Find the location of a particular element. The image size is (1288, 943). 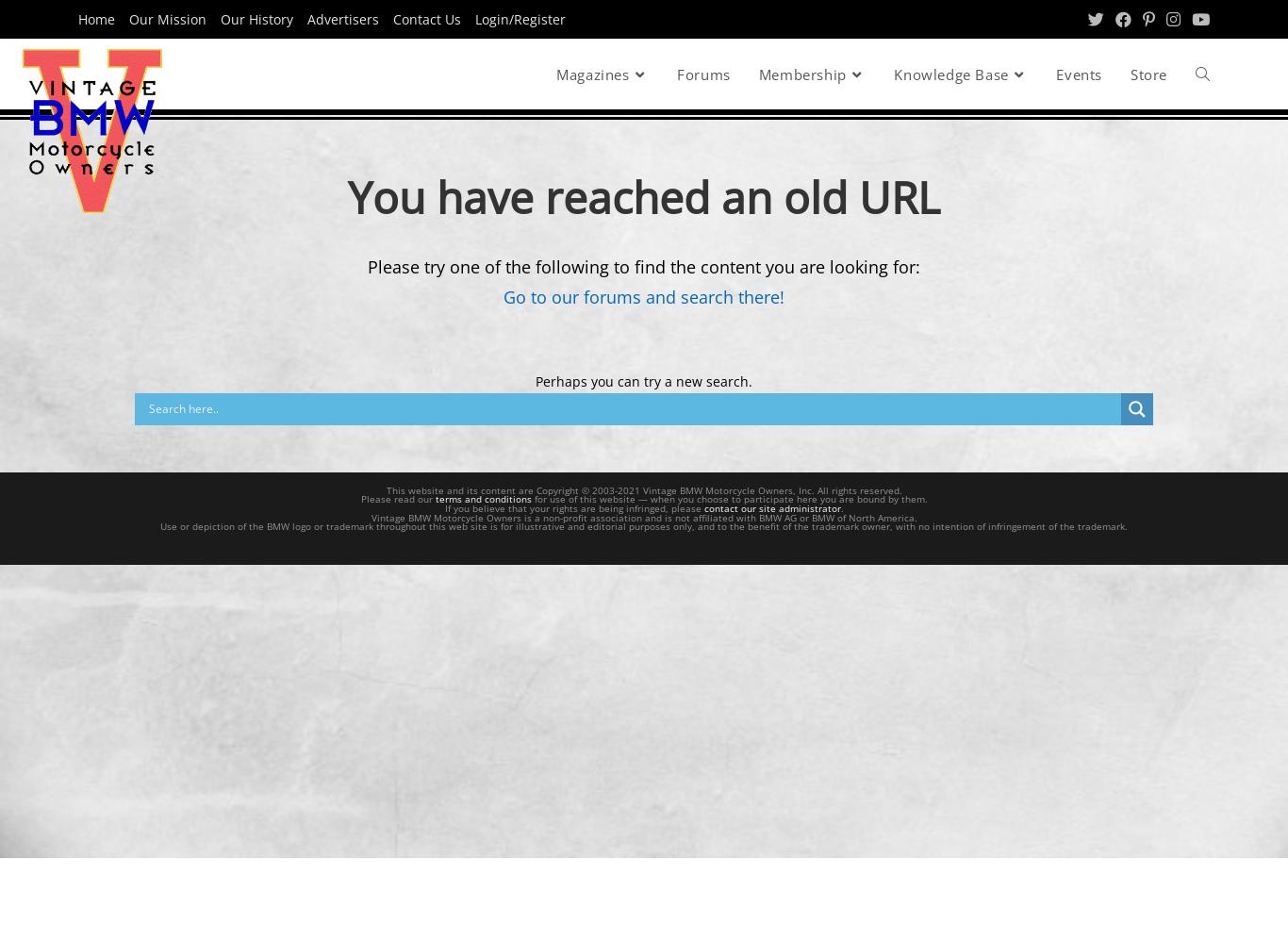

'for use of this website — when you choose to participate here you are bound by them.' is located at coordinates (729, 499).